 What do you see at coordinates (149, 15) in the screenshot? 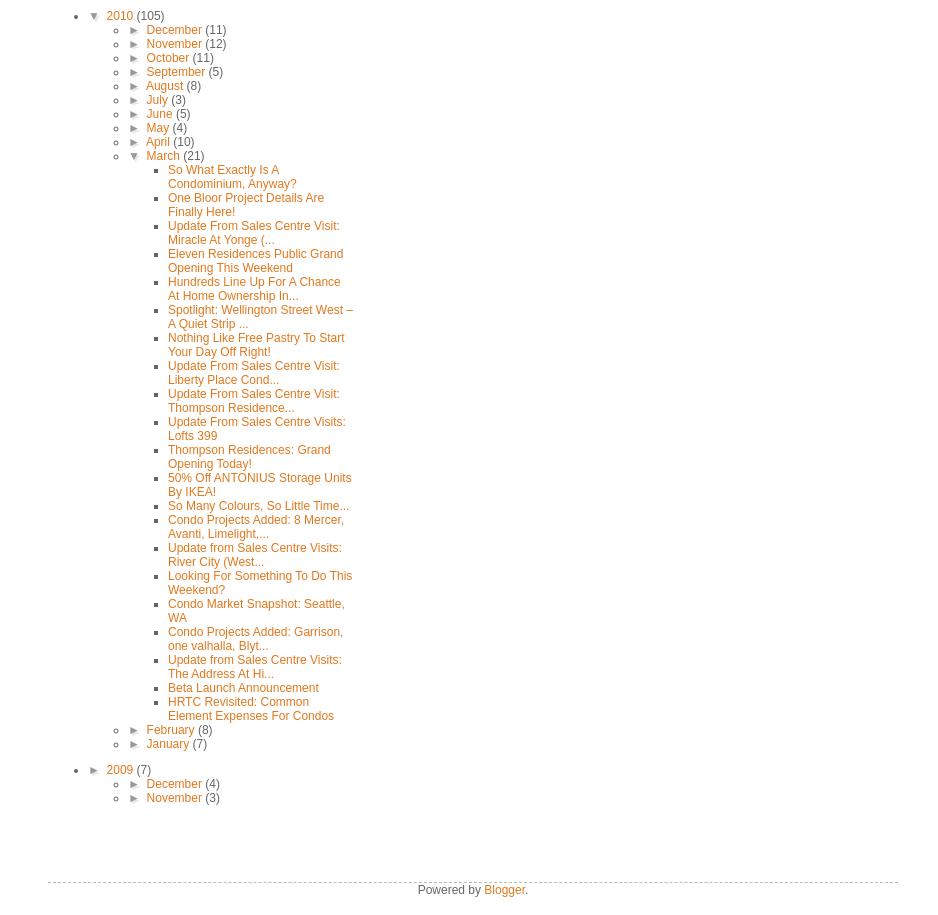
I see `'(105)'` at bounding box center [149, 15].